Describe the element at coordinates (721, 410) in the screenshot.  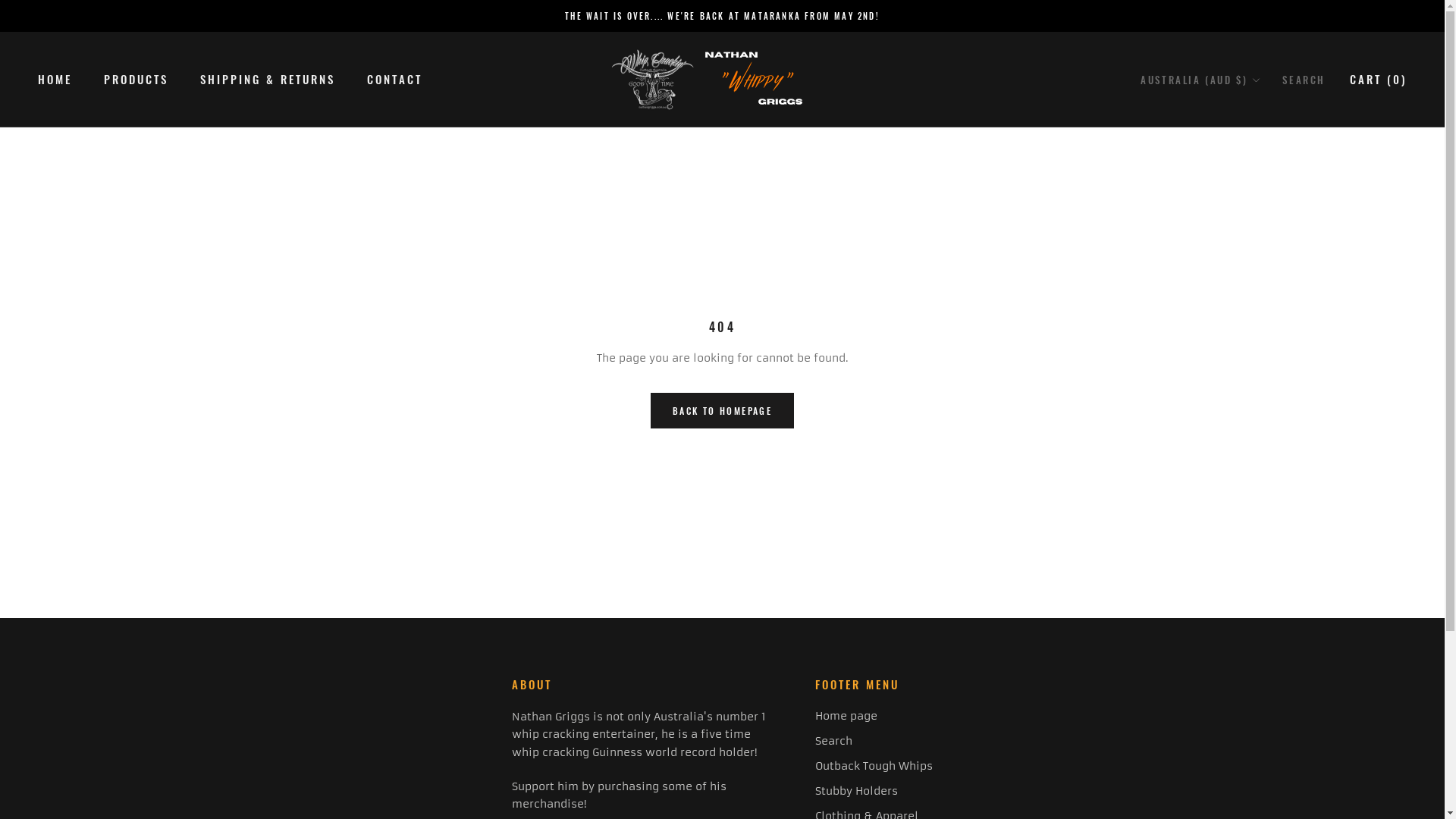
I see `'BACK TO HOMEPAGE'` at that location.